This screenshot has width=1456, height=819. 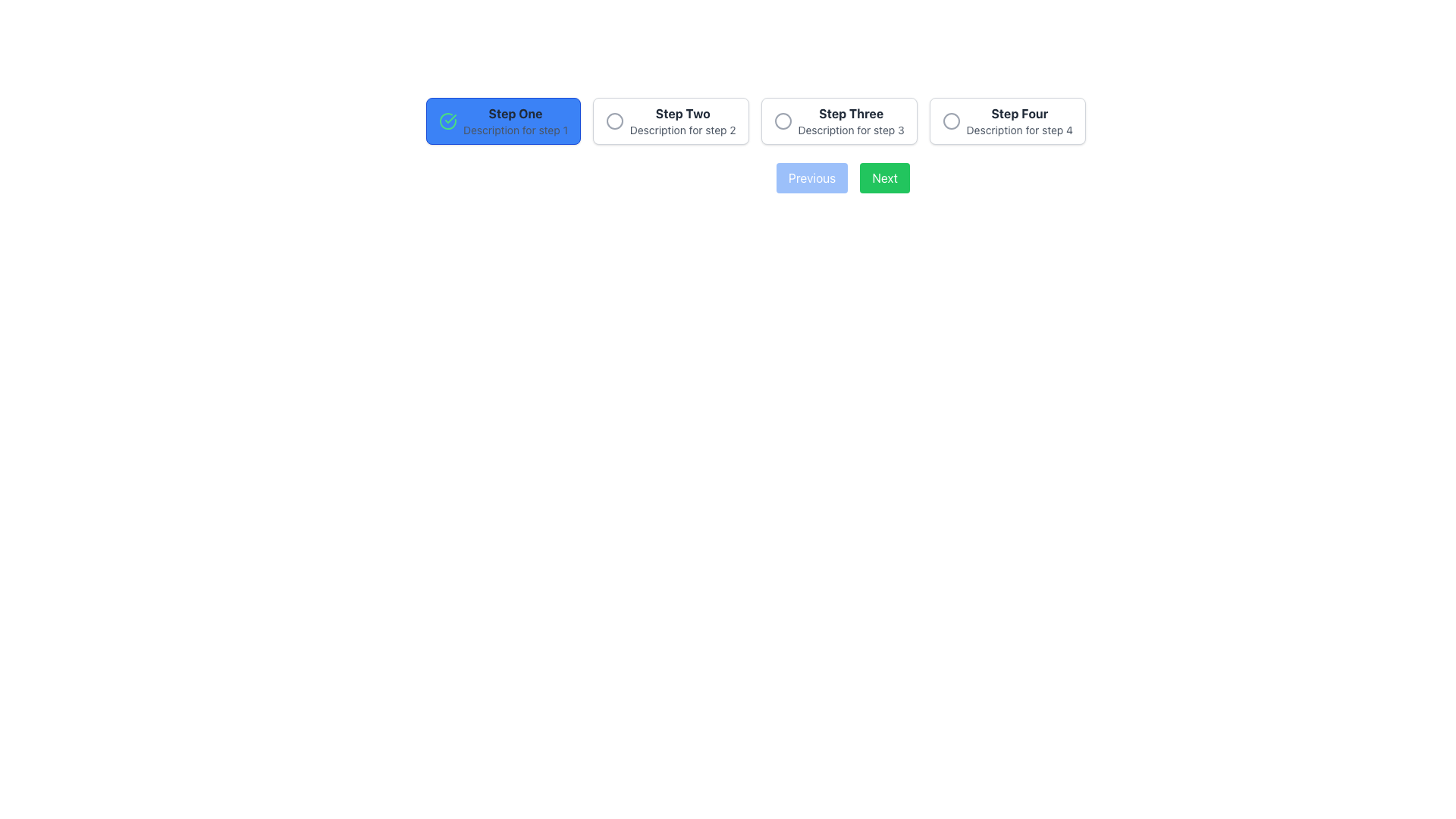 I want to click on the unselected step indicator for 'Step Three' in the multi-step navigation interface, so click(x=783, y=120).